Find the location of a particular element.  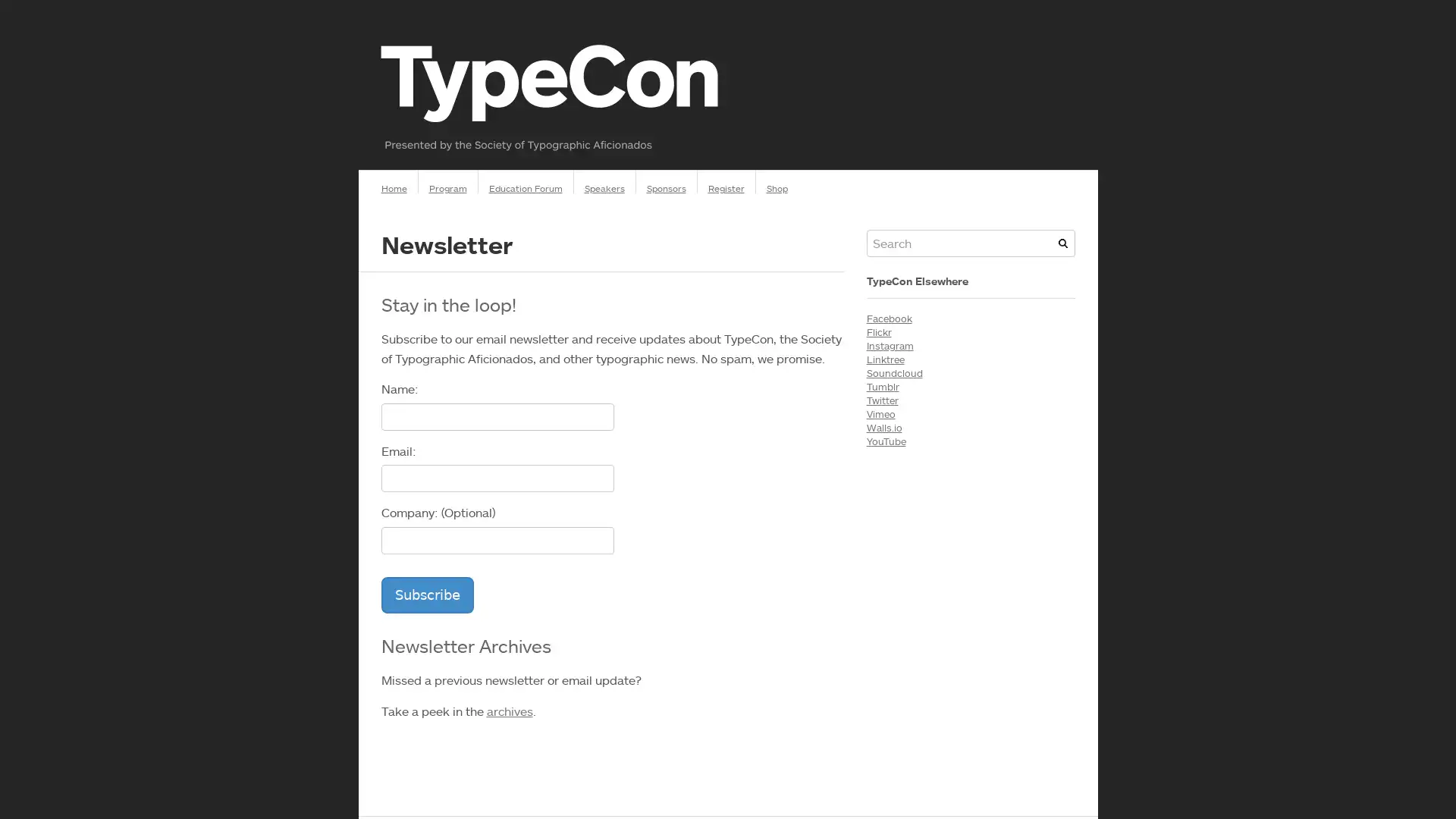

Subscribe is located at coordinates (425, 593).